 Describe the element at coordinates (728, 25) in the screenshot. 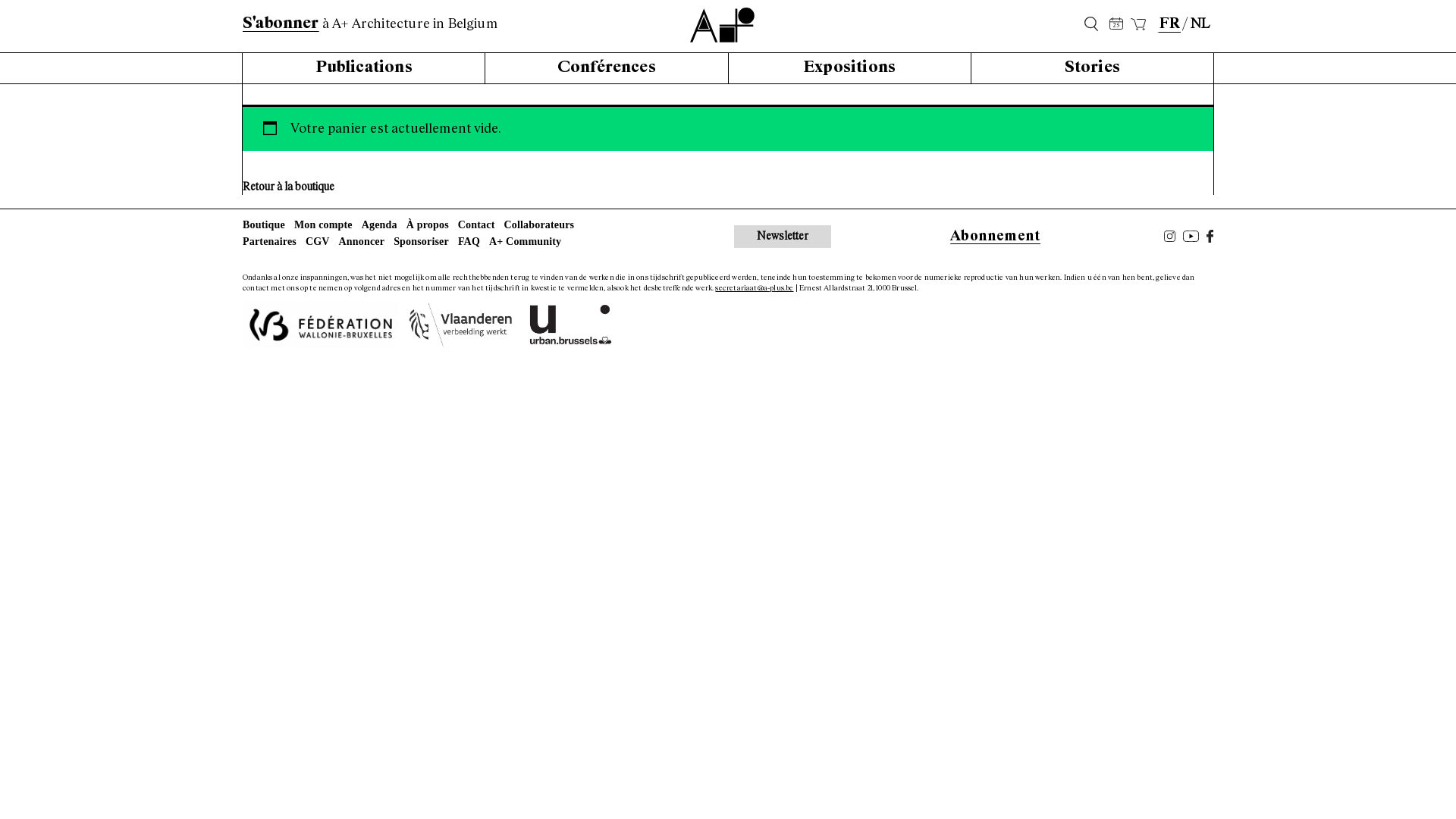

I see `'A+'` at that location.